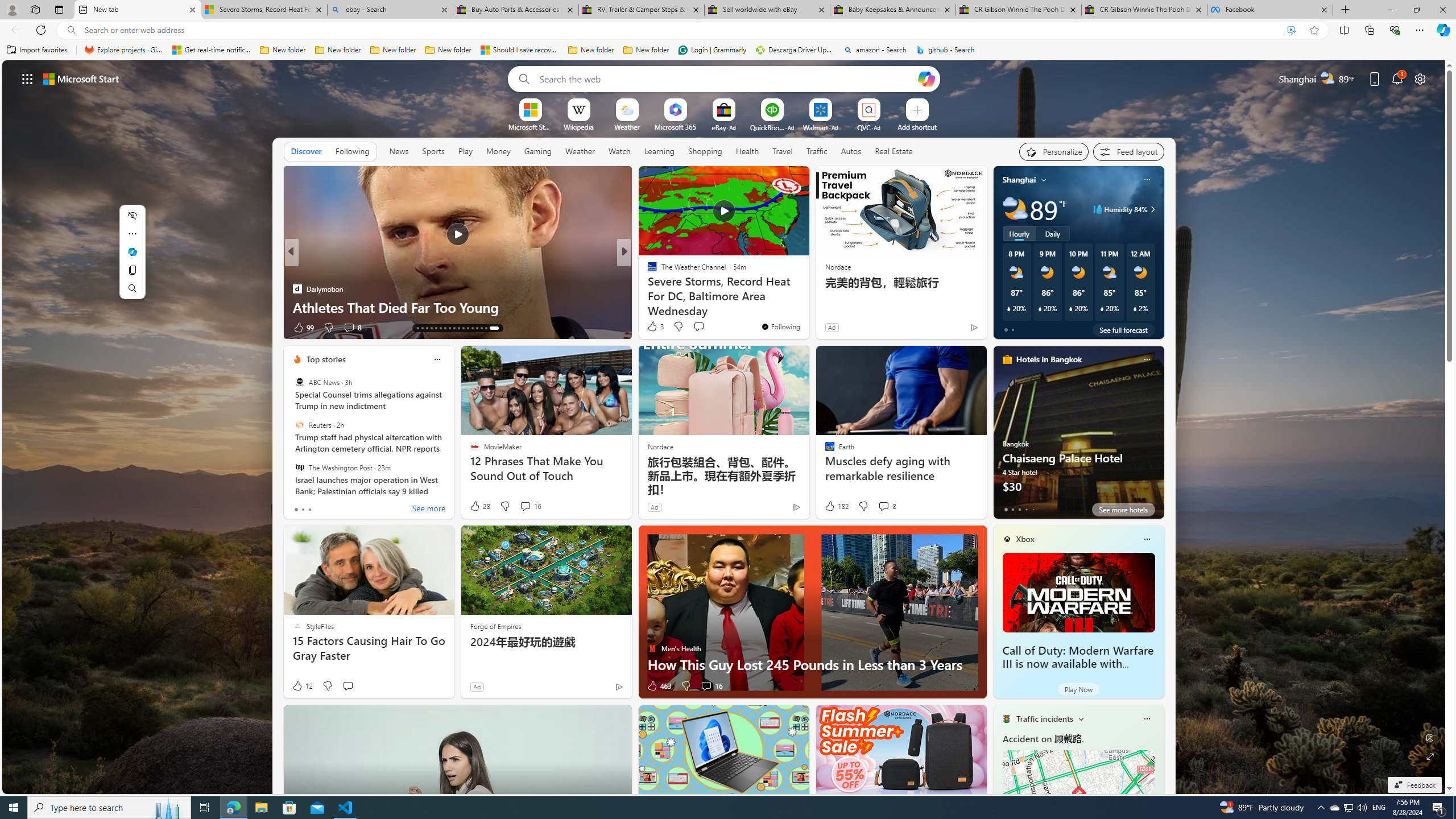 Image resolution: width=1456 pixels, height=819 pixels. I want to click on 'AutomationID: tab-29', so click(497, 328).